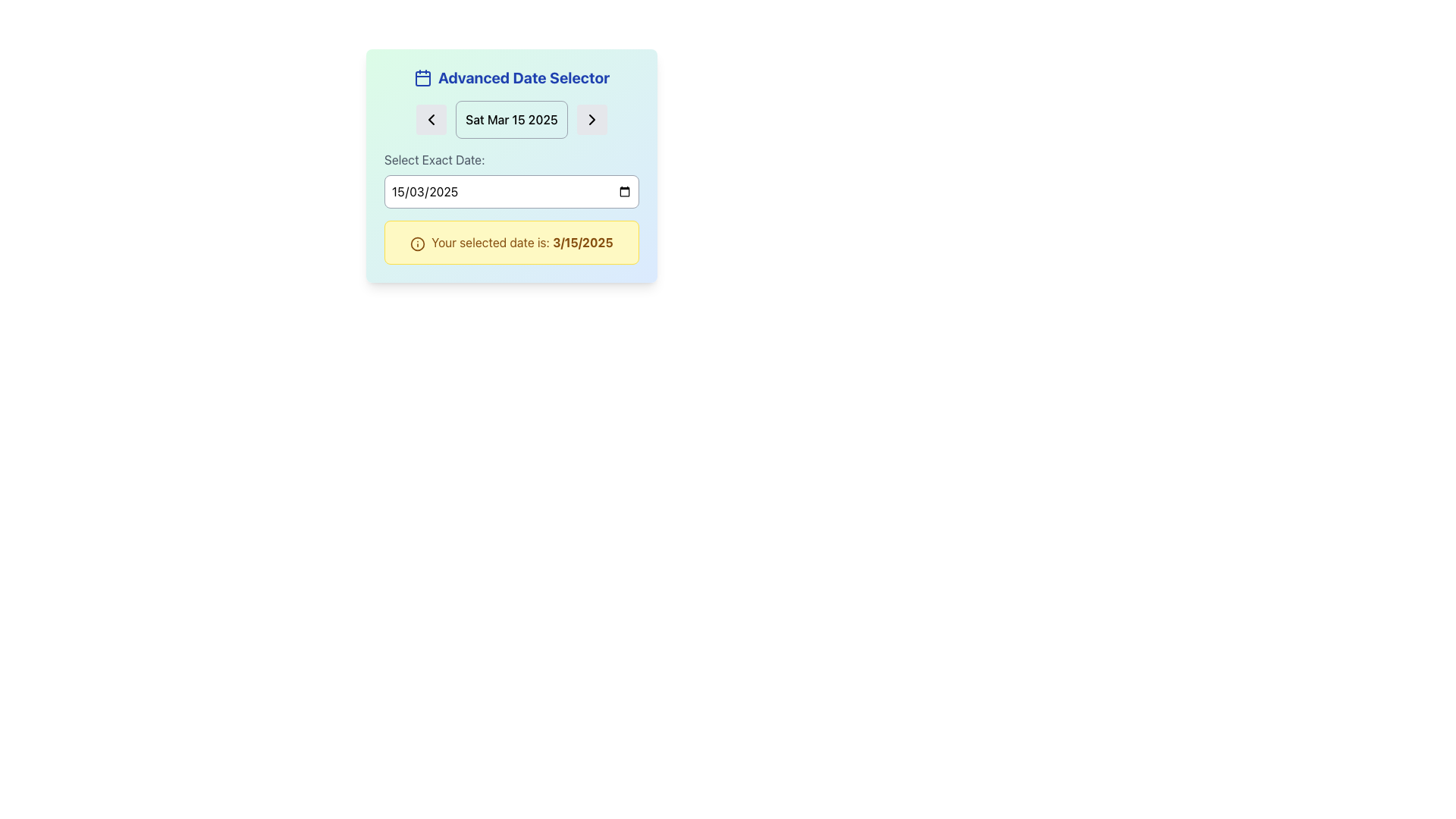  I want to click on the static text label that displays the currently selected date, positioned centrally between the left and right arrow buttons in the date selector module, so click(512, 119).